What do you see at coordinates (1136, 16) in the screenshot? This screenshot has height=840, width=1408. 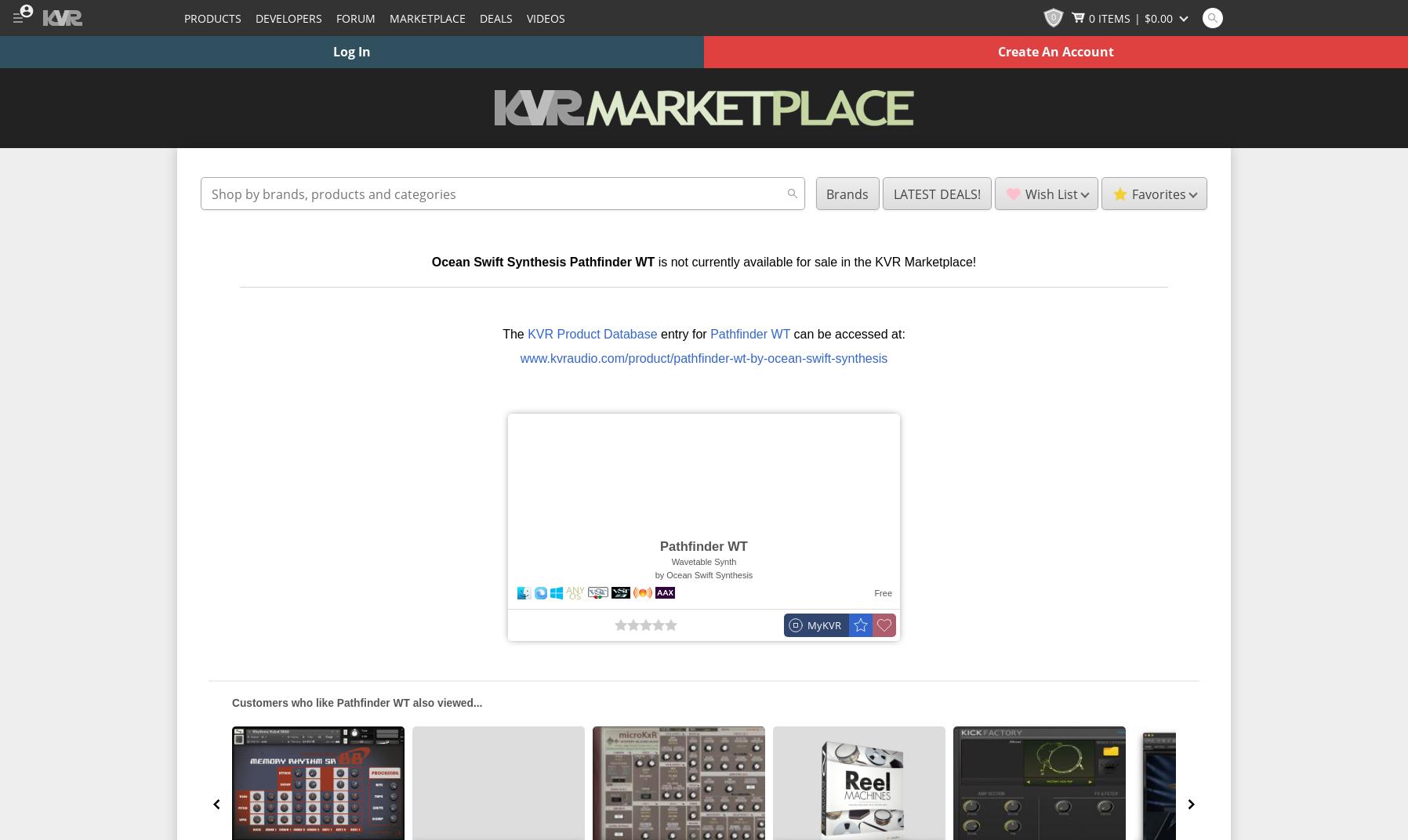 I see `'|'` at bounding box center [1136, 16].